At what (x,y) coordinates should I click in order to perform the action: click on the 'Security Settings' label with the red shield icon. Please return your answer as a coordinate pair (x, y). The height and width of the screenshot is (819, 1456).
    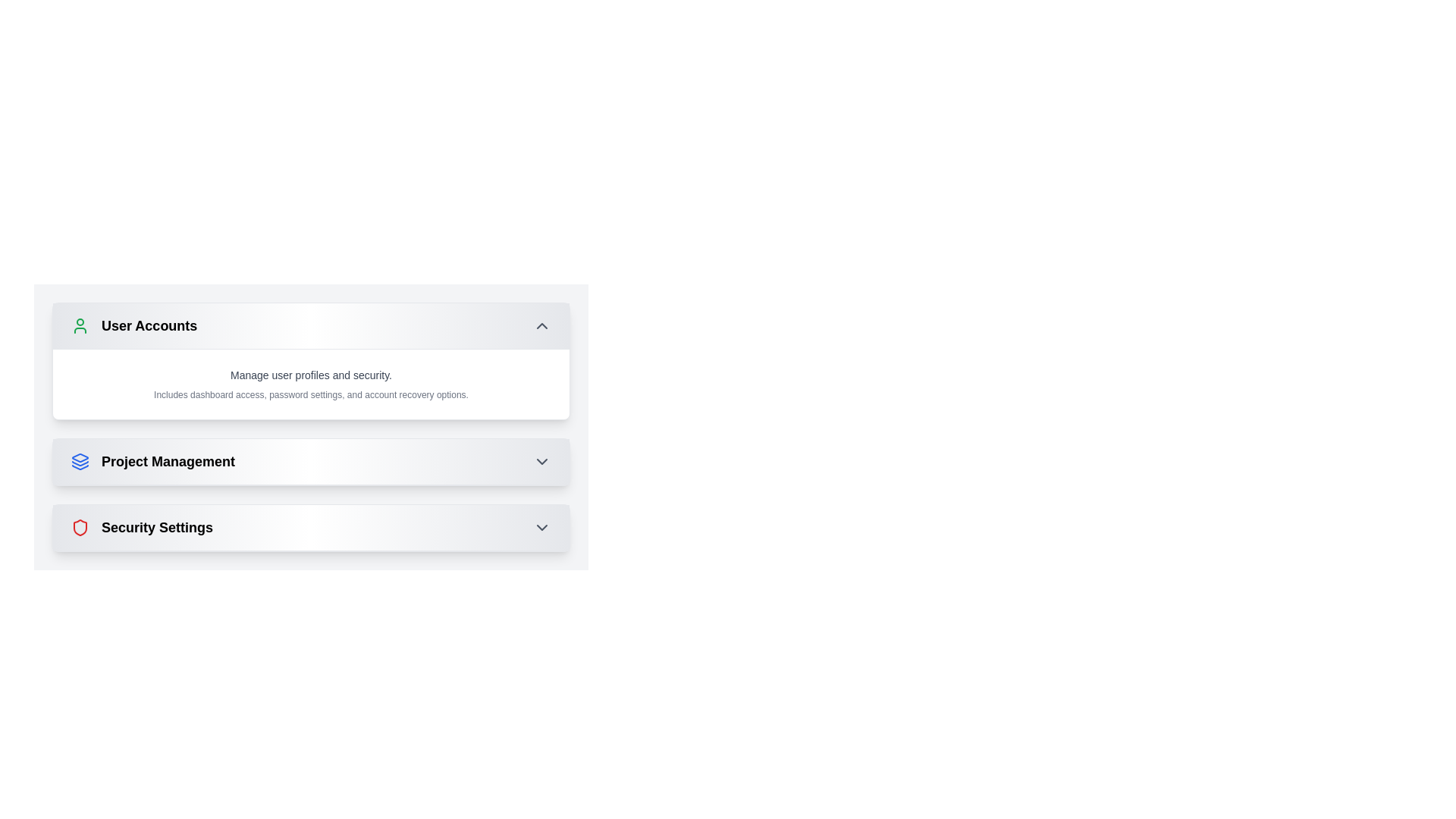
    Looking at the image, I should click on (142, 526).